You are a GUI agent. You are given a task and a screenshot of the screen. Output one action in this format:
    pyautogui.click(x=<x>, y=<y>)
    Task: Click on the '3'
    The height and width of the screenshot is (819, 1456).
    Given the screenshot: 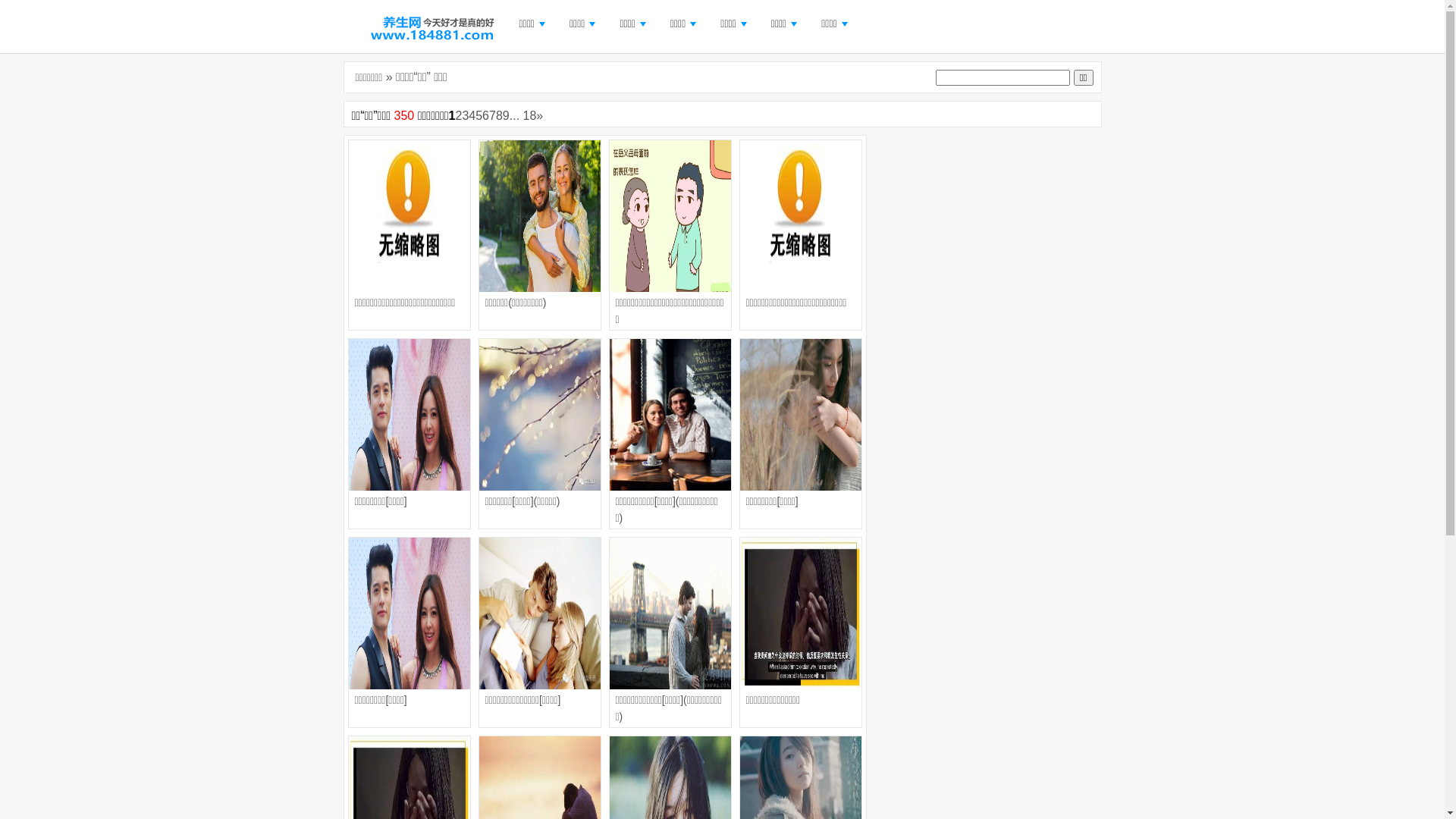 What is the action you would take?
    pyautogui.click(x=464, y=115)
    